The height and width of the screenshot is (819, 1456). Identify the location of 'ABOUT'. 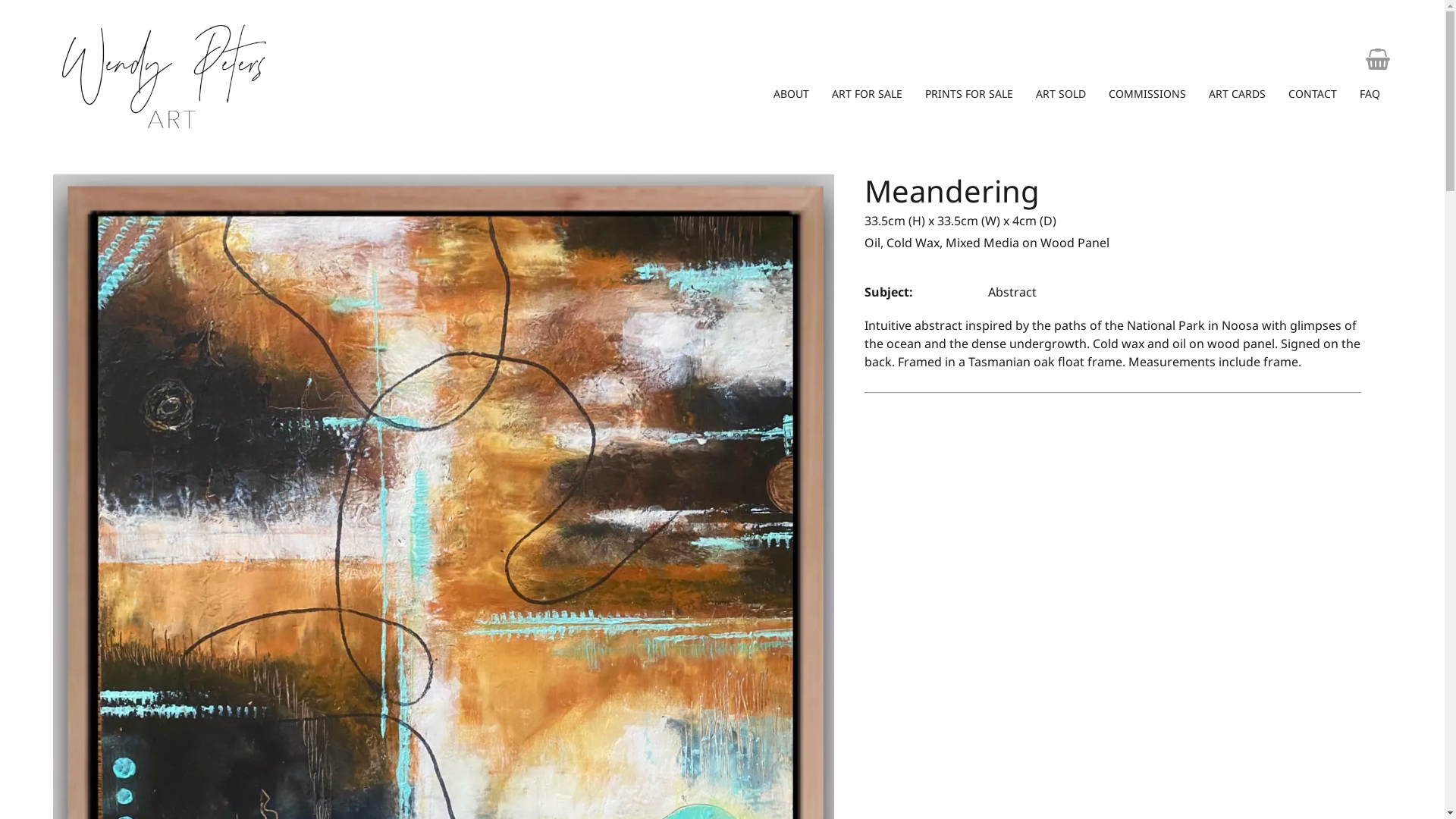
(790, 93).